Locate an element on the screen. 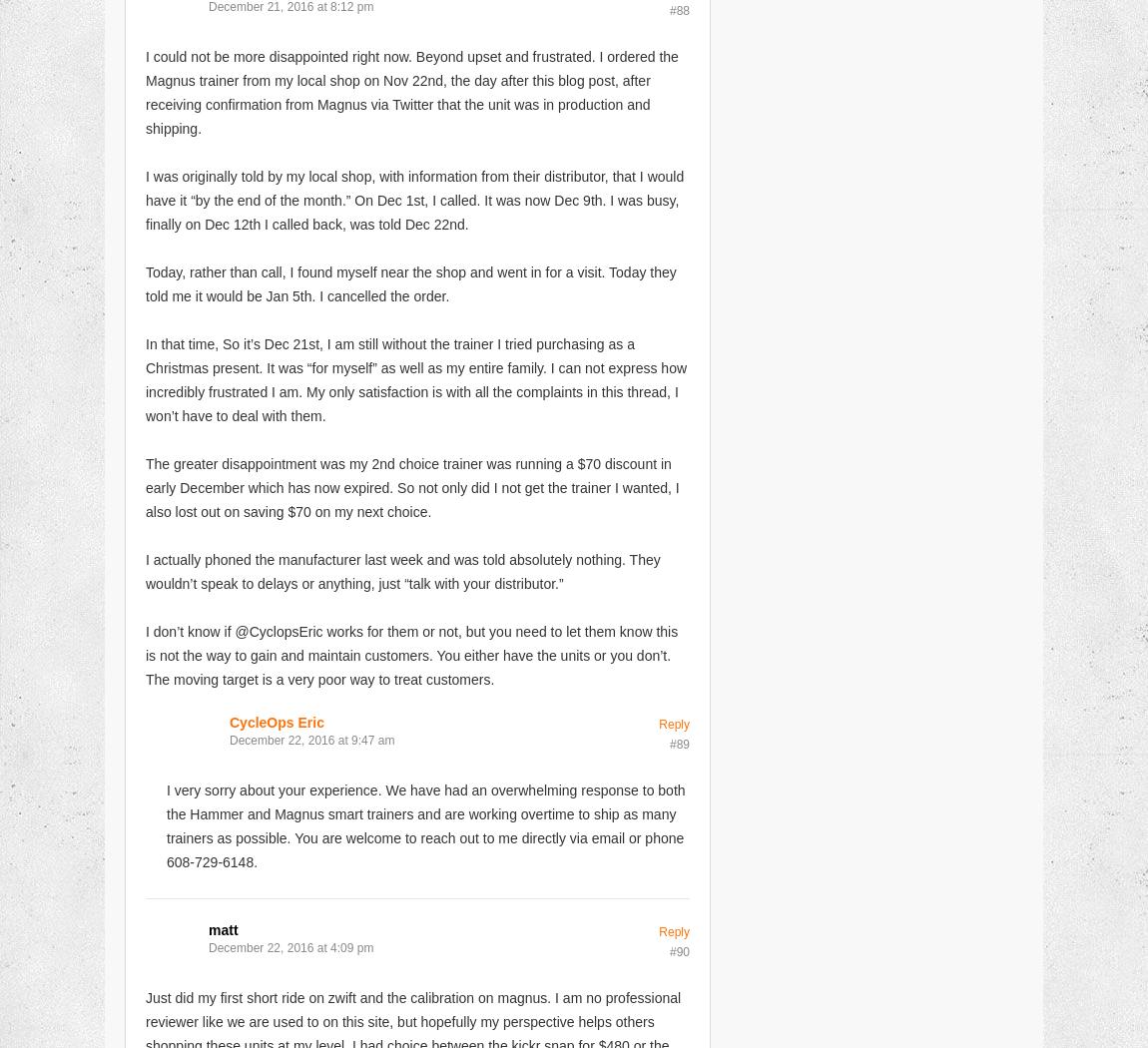 Image resolution: width=1148 pixels, height=1048 pixels. 'I was originally told by my local shop, with information from their distributor, that I would have it “by the end of the month.”  On Dec 1st, I called. It was now Dec 9th.  I was busy, finally on Dec 12th I called back, was told Dec 22nd.' is located at coordinates (414, 199).